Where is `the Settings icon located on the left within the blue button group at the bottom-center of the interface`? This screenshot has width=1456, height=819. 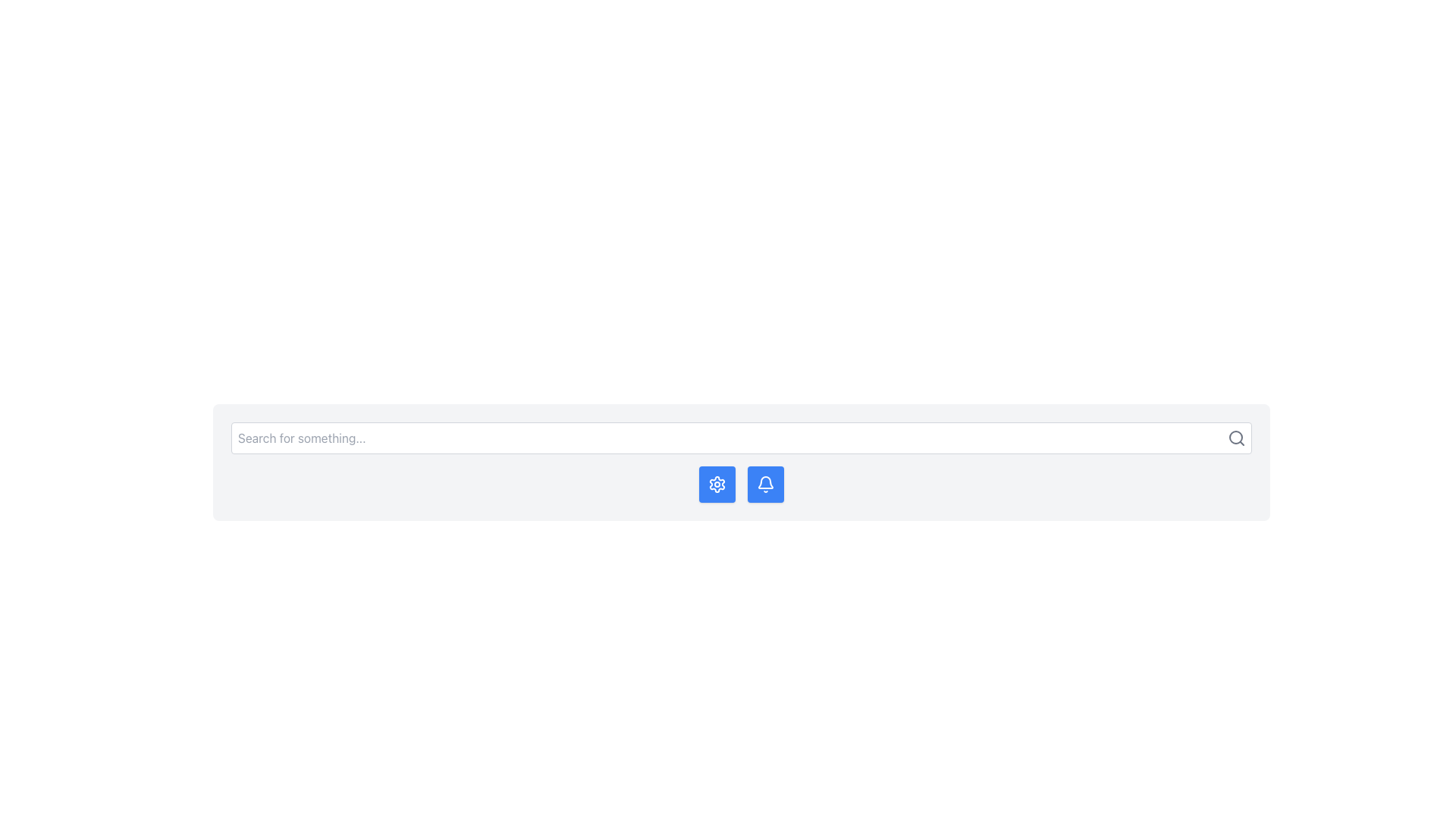 the Settings icon located on the left within the blue button group at the bottom-center of the interface is located at coordinates (716, 485).